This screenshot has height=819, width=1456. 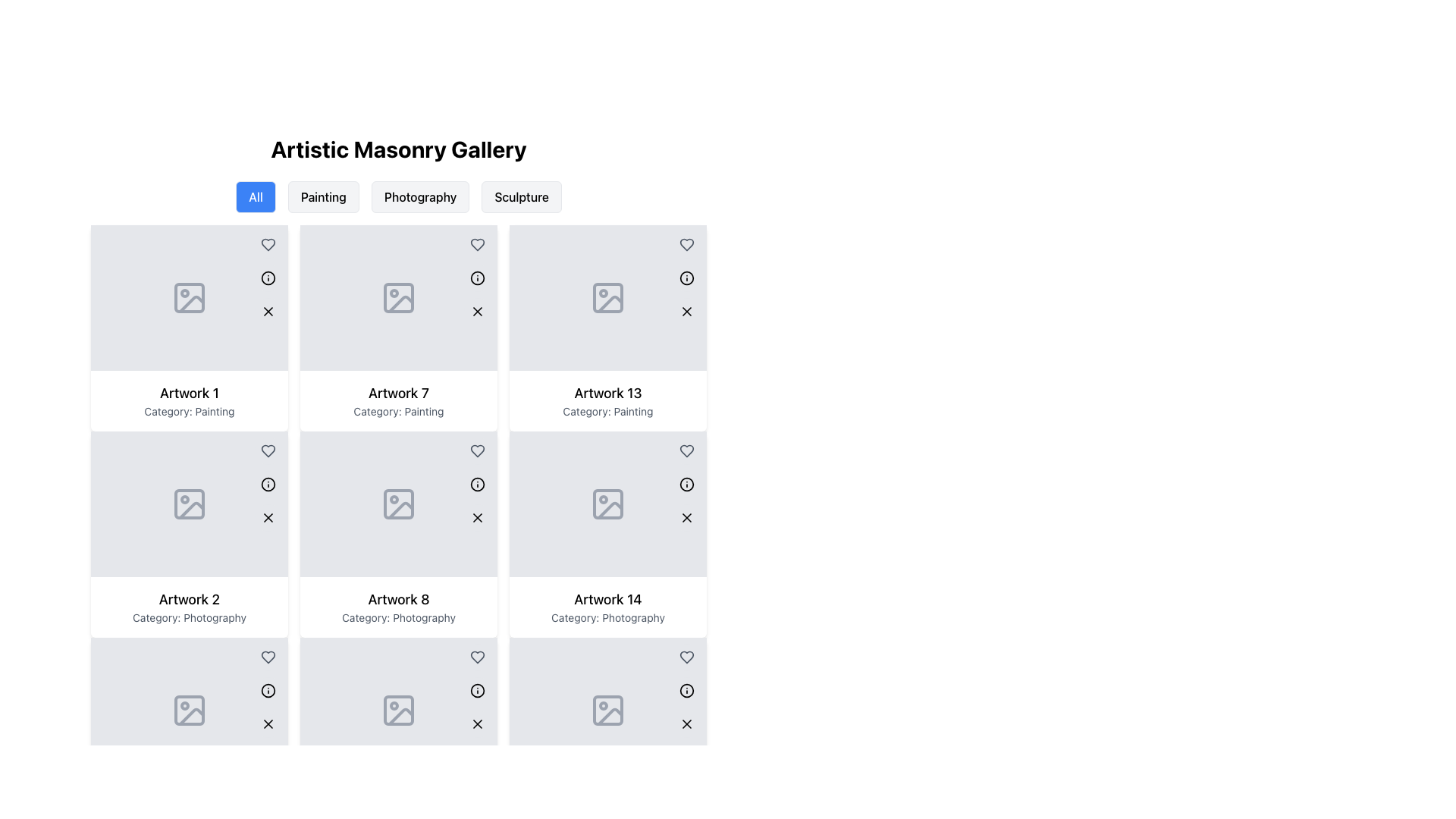 I want to click on the central circular information button with an 'i' symbol, so click(x=686, y=690).